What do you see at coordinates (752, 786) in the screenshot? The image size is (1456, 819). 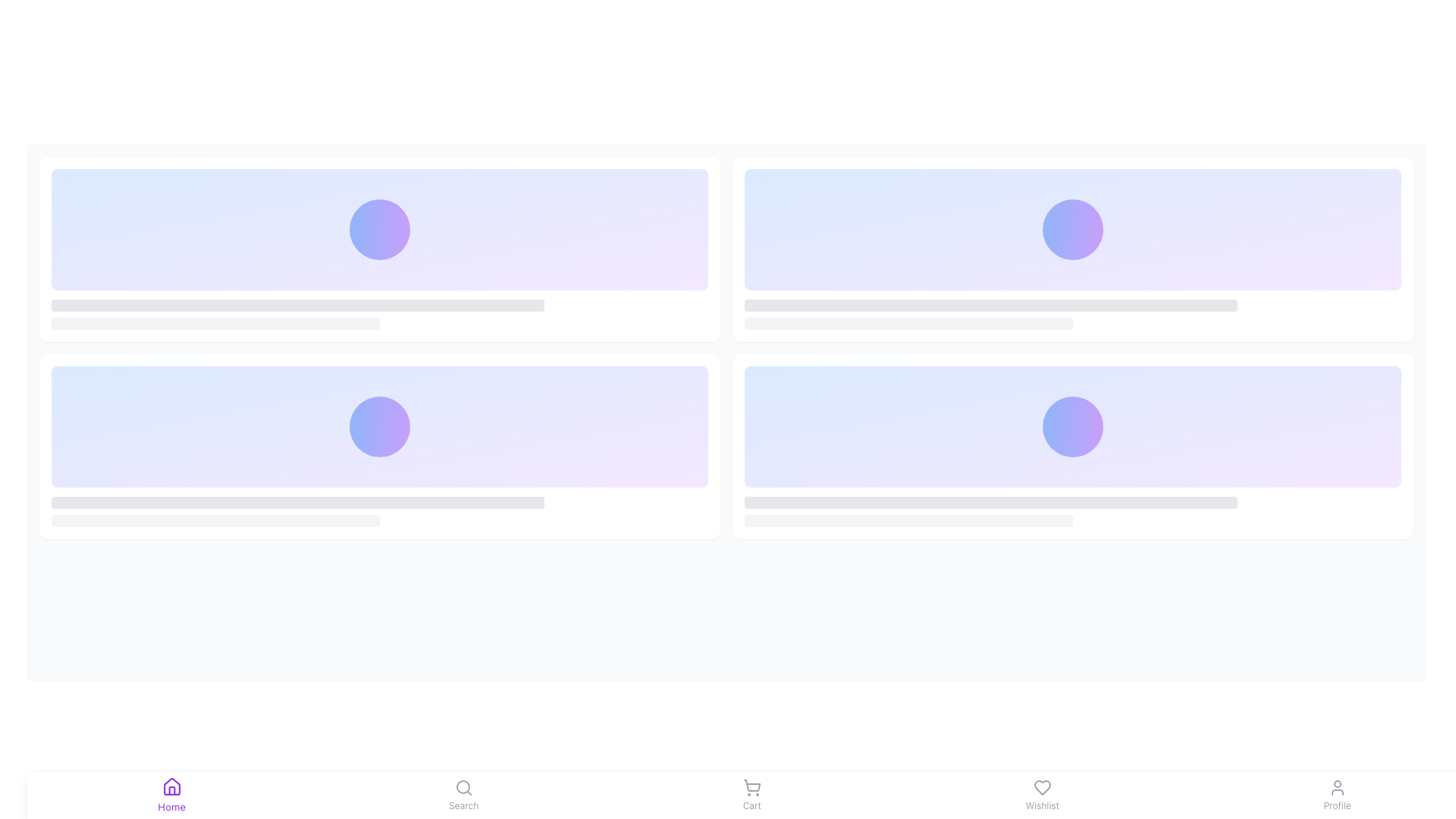 I see `the shopping cart icon located in the bottom navigation bar, specifically above the 'Cart' label` at bounding box center [752, 786].